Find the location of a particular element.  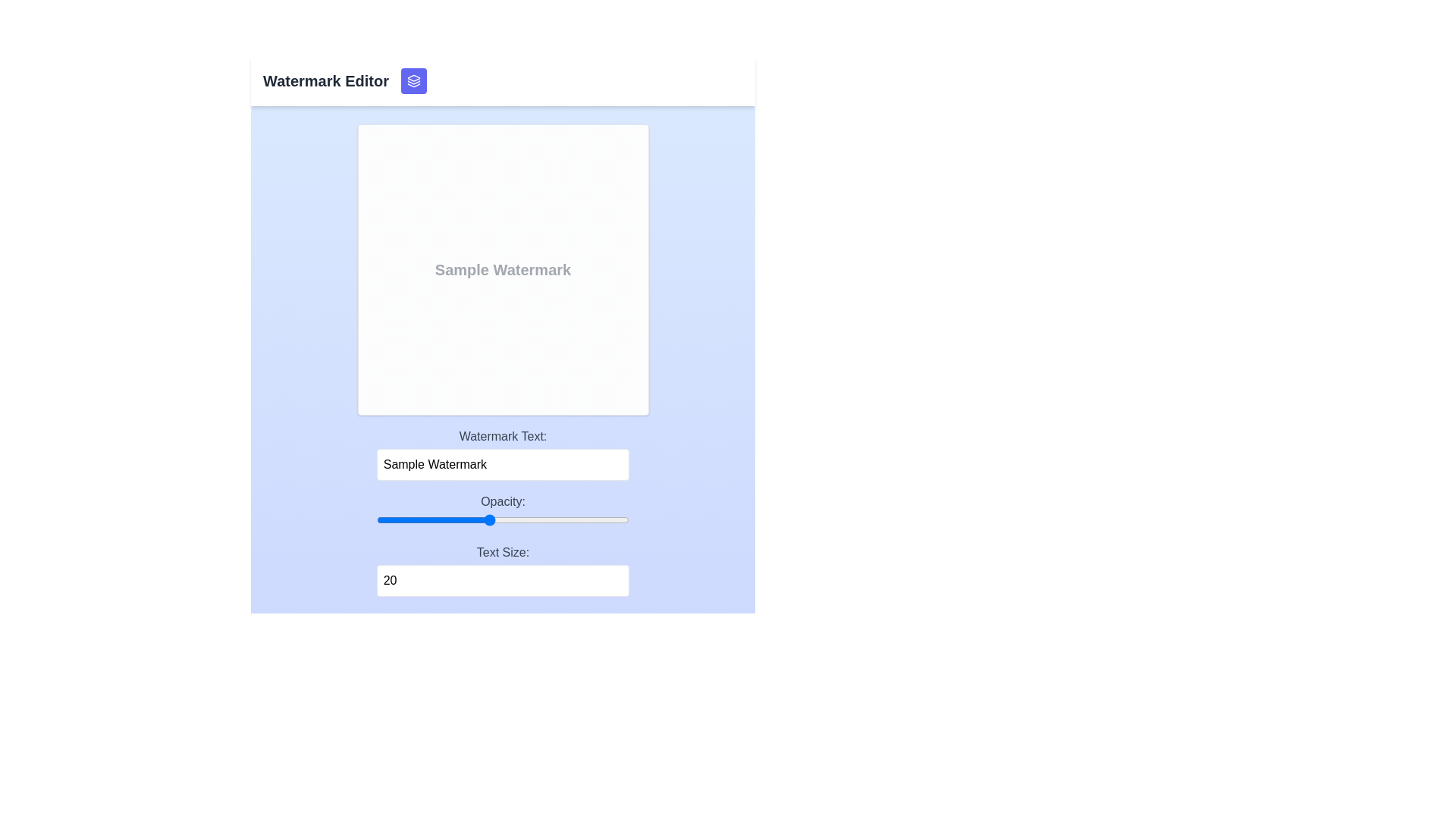

the static label displaying 'Watermark Editor' in bold, large dark gray font located at the top left of the interface is located at coordinates (325, 81).